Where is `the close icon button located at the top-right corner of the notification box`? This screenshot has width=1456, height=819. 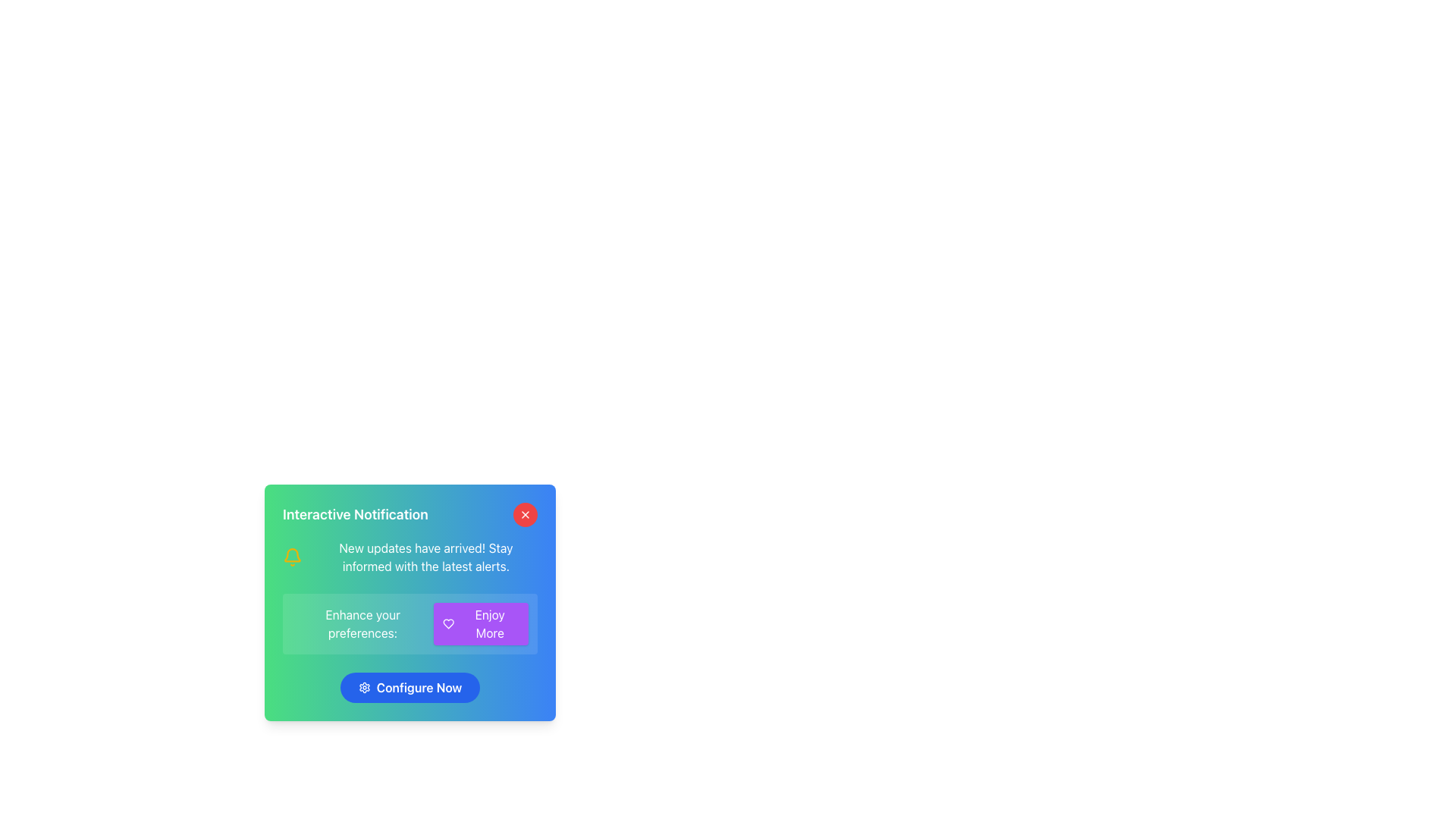 the close icon button located at the top-right corner of the notification box is located at coordinates (525, 513).